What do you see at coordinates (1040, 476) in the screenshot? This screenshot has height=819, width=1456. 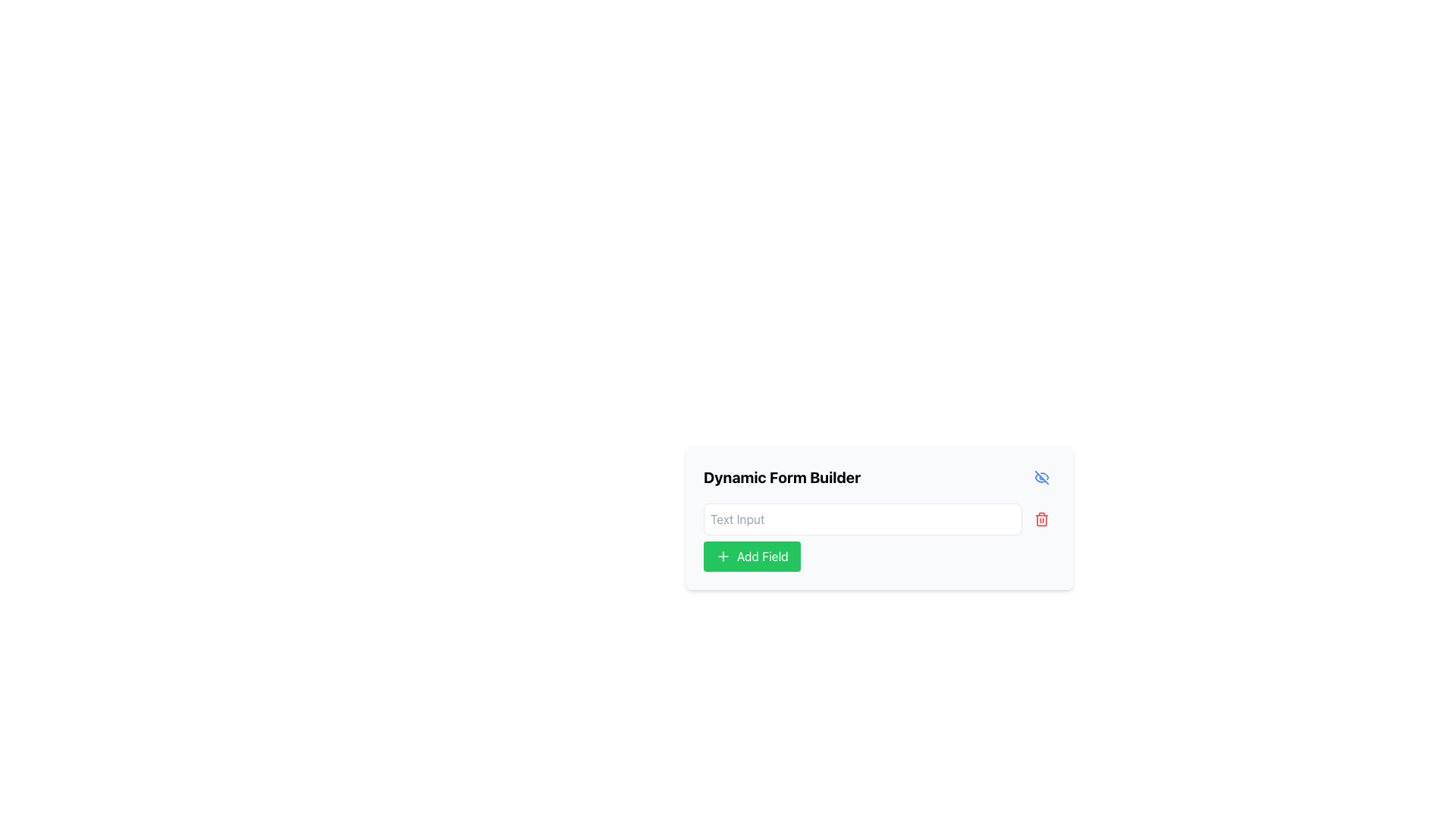 I see `the eye icon button that toggles visibility for the 'Dynamic Form Builder' section` at bounding box center [1040, 476].